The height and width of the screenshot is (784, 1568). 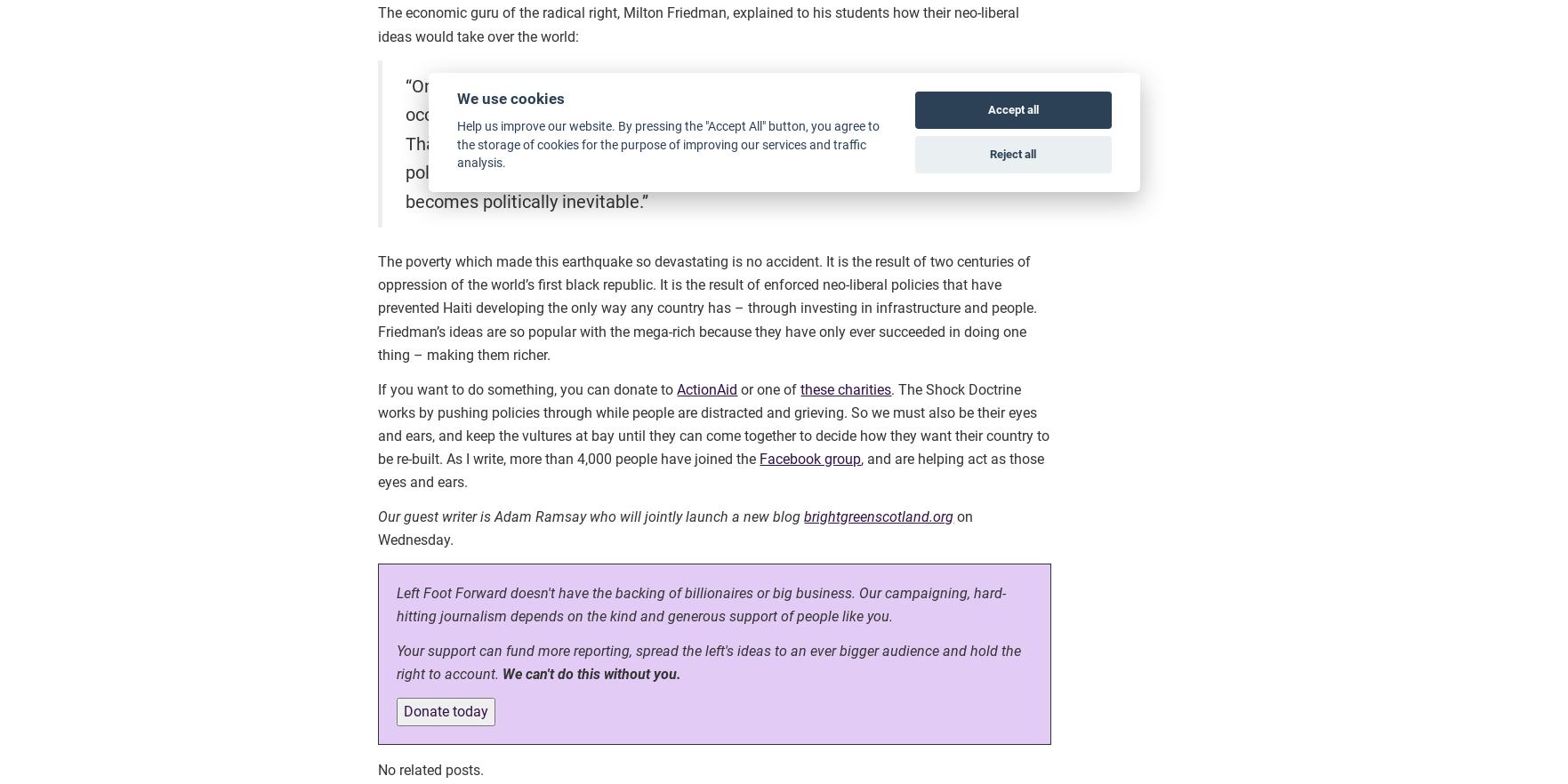 I want to click on 'on Wednesday.', so click(x=675, y=527).